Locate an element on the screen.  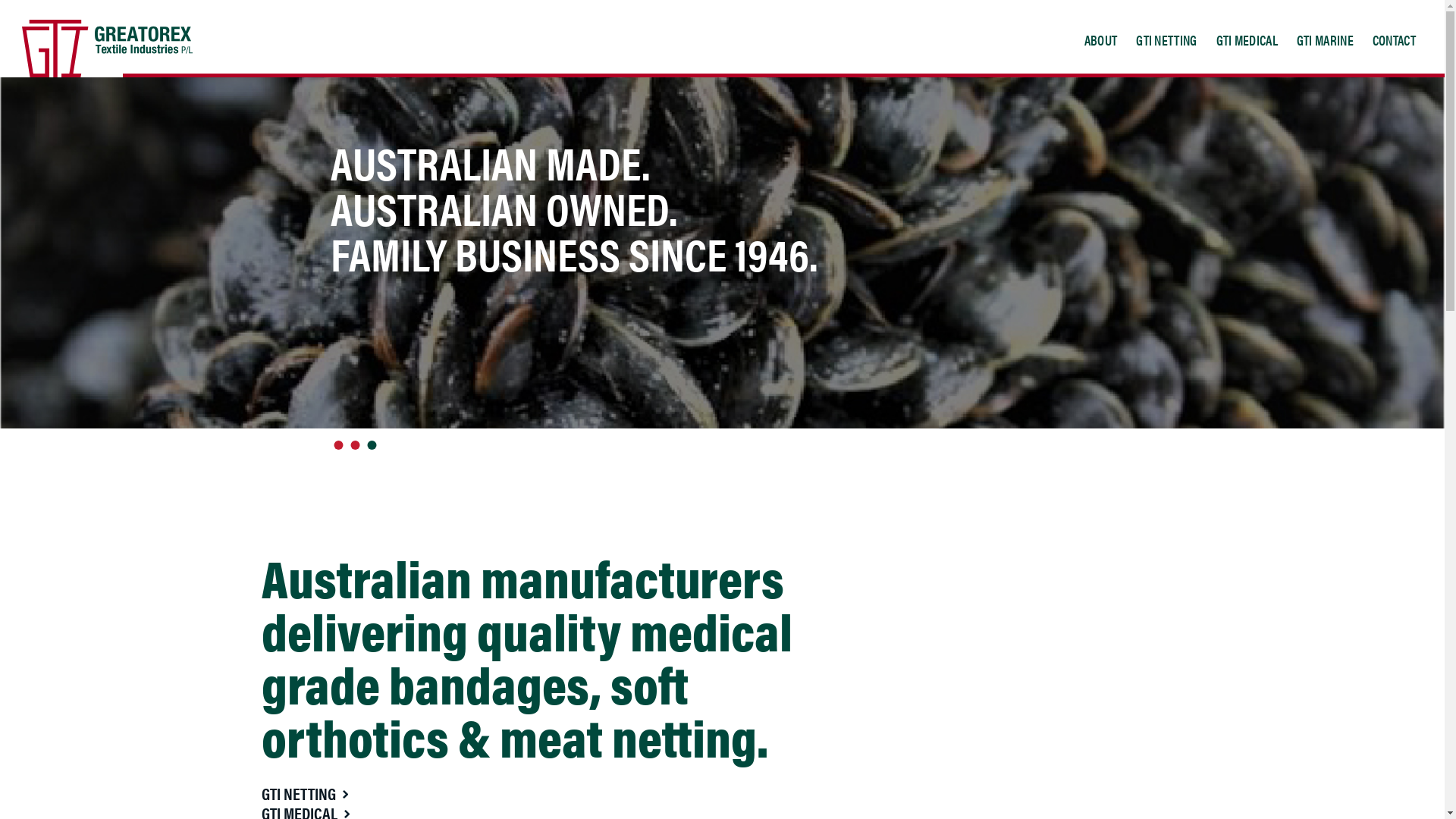
'2' is located at coordinates (354, 444).